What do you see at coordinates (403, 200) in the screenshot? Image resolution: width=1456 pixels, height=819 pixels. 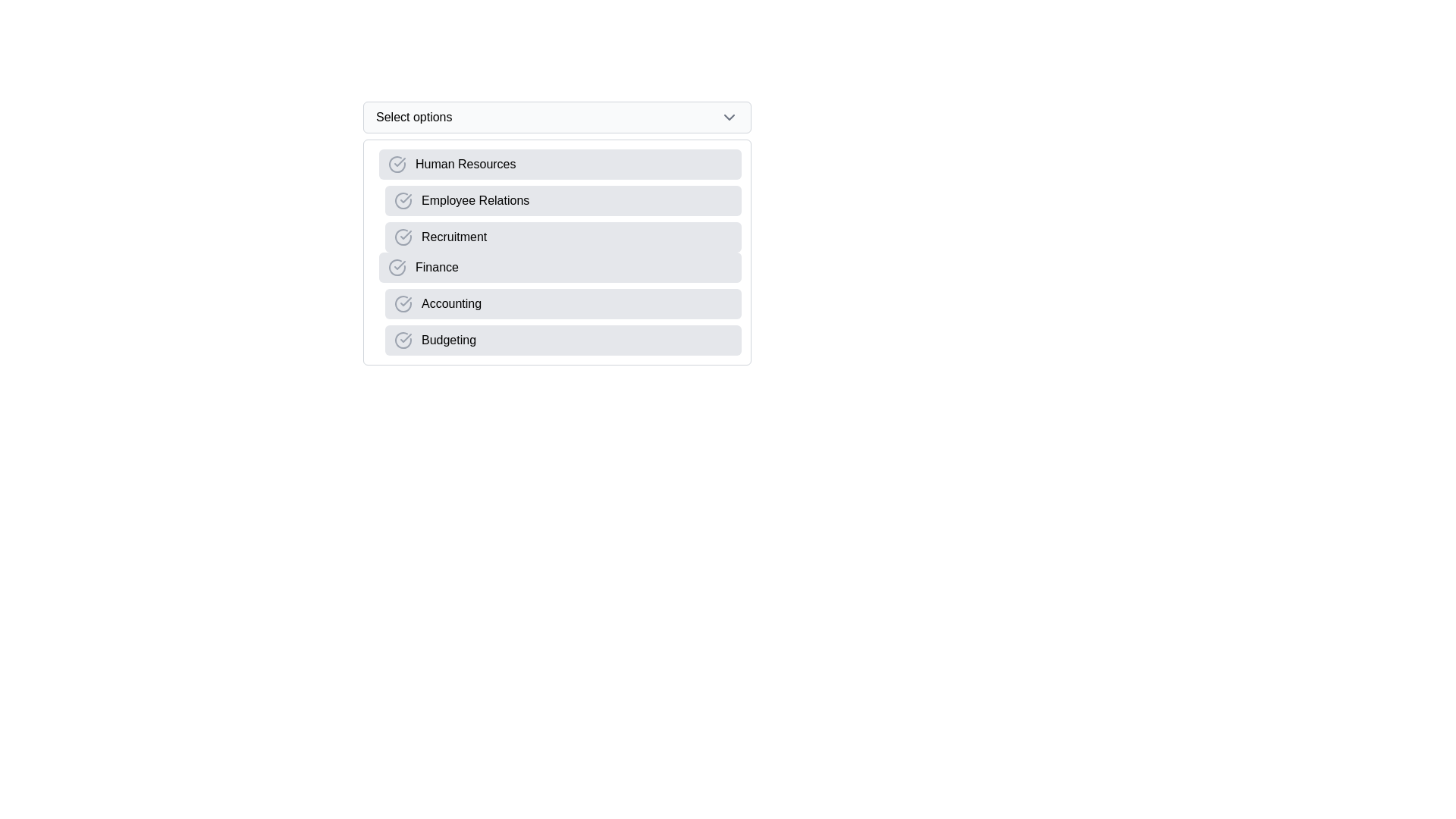 I see `the status icon on the left side of the 'Employee Relations' row` at bounding box center [403, 200].